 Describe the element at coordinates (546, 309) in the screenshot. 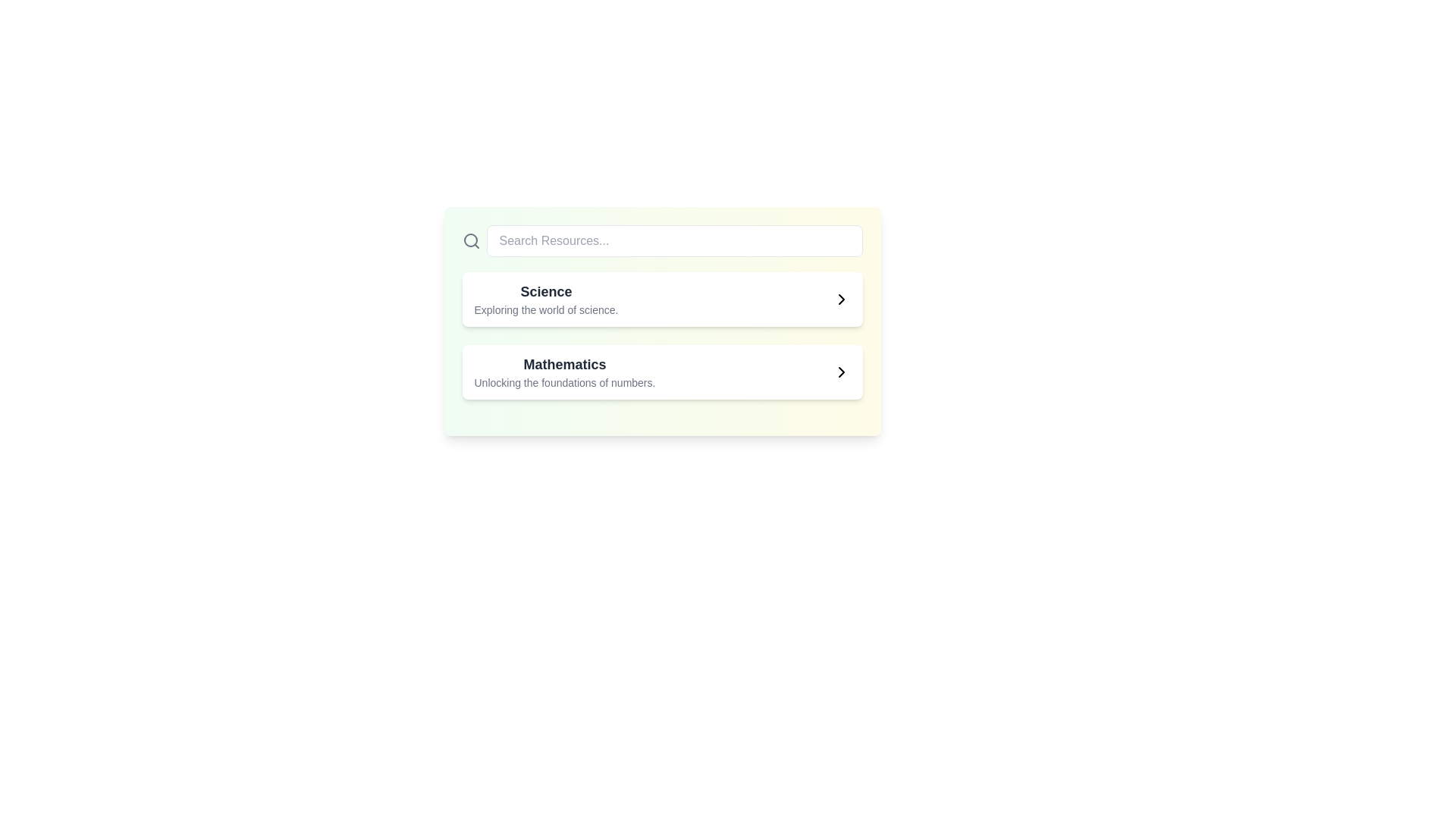

I see `the Text label providing additional information about the 'Science' category, which is located directly below the 'Science' text label` at that location.